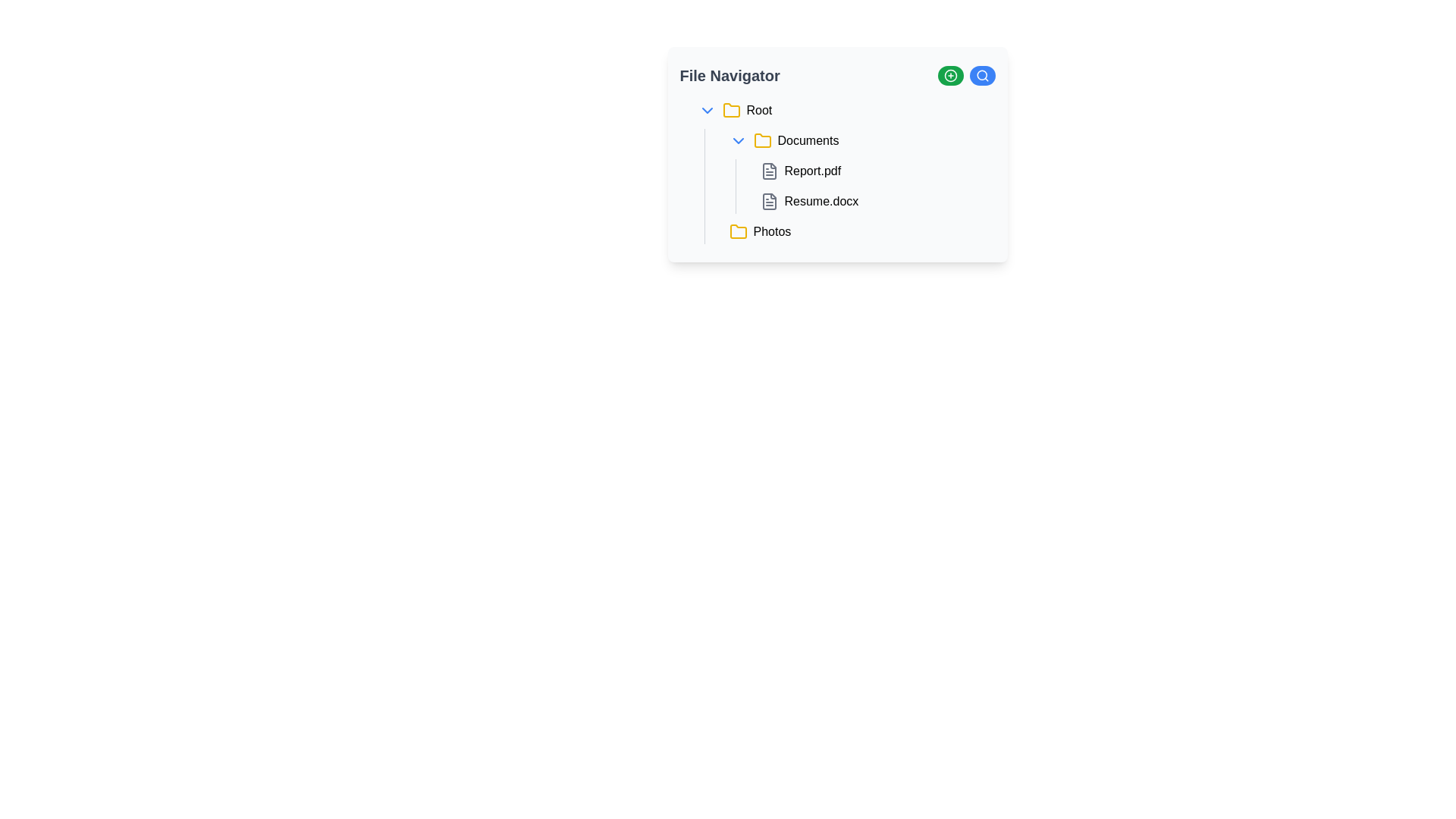  What do you see at coordinates (874, 171) in the screenshot?
I see `the file entry labeled 'Report.pdf'` at bounding box center [874, 171].